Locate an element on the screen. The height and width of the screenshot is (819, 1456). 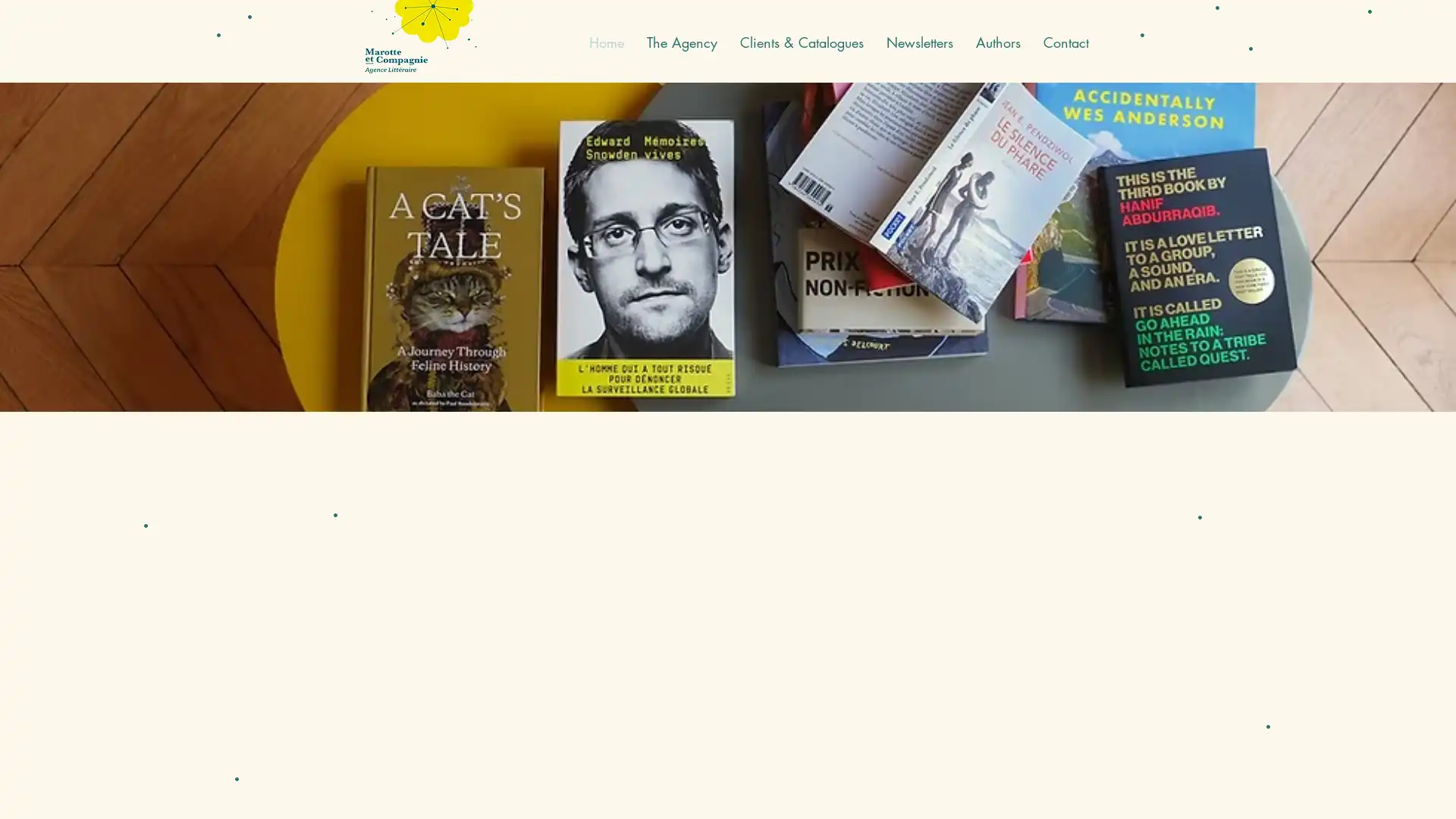
English is located at coordinates (541, 42).